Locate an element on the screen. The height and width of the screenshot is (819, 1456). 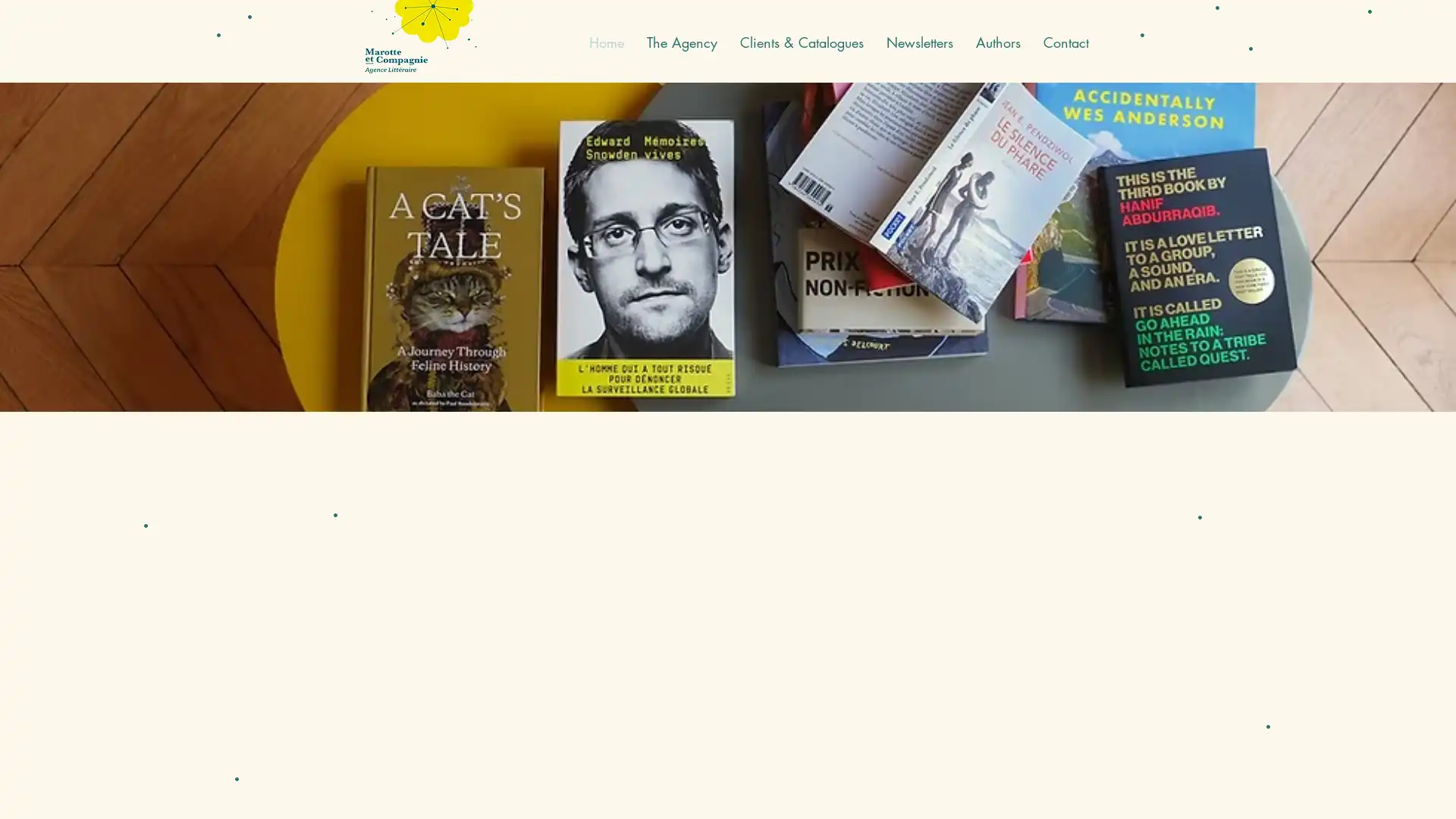
English is located at coordinates (541, 42).